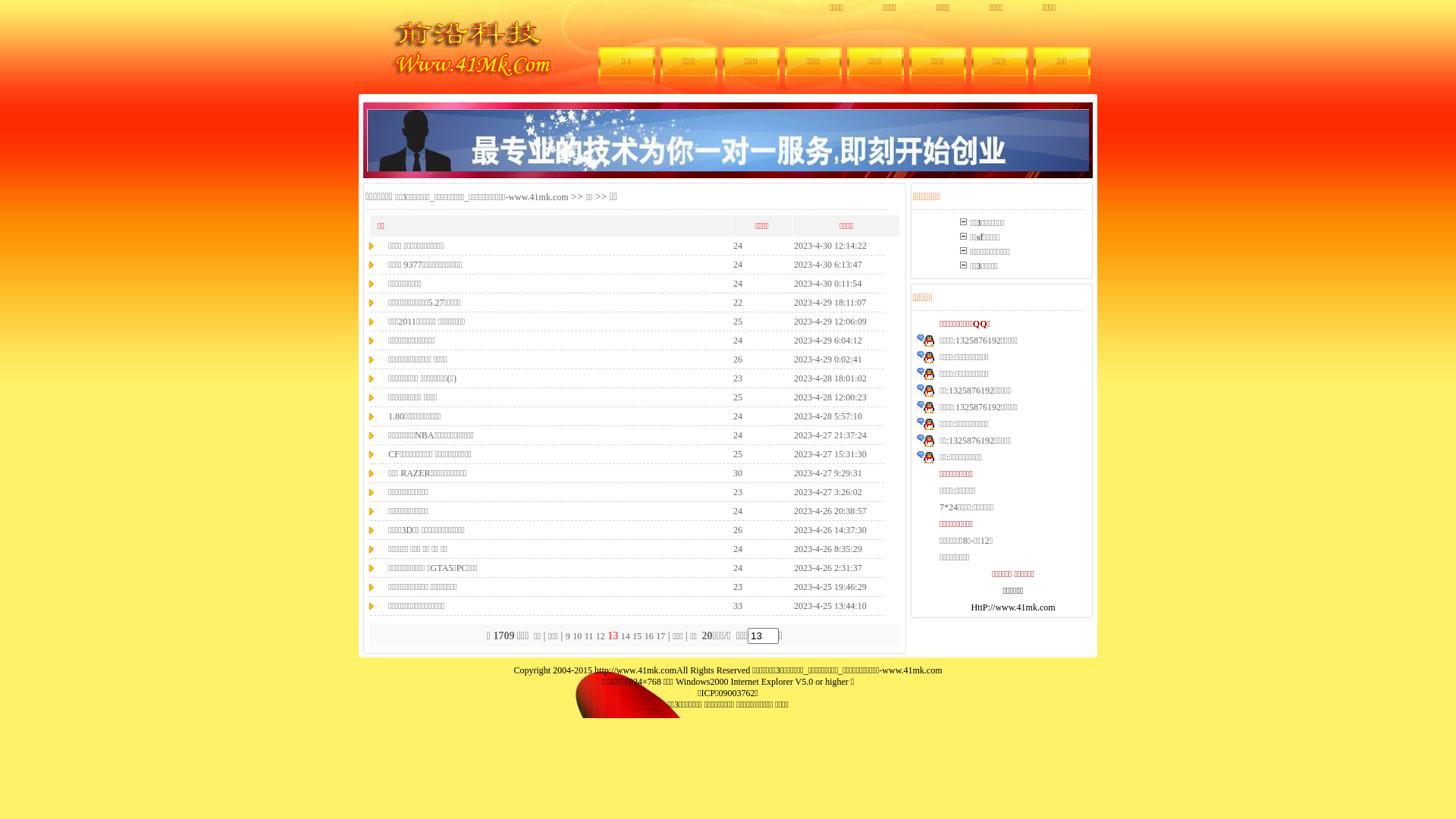 The image size is (1456, 819). What do you see at coordinates (829, 320) in the screenshot?
I see `'2023-4-29 12:06:09'` at bounding box center [829, 320].